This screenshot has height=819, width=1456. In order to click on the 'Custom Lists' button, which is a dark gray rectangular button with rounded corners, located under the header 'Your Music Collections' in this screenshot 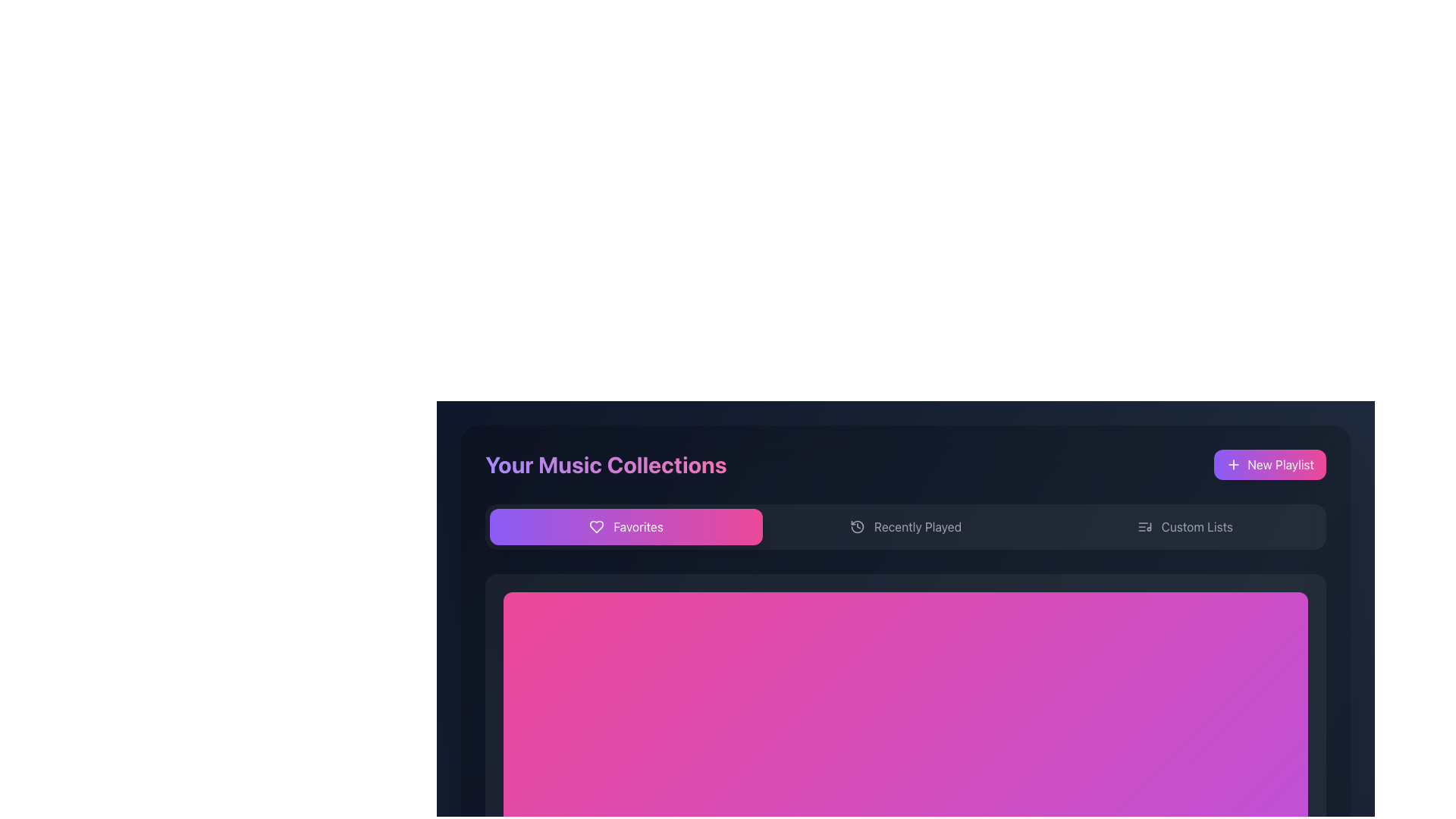, I will do `click(1184, 526)`.